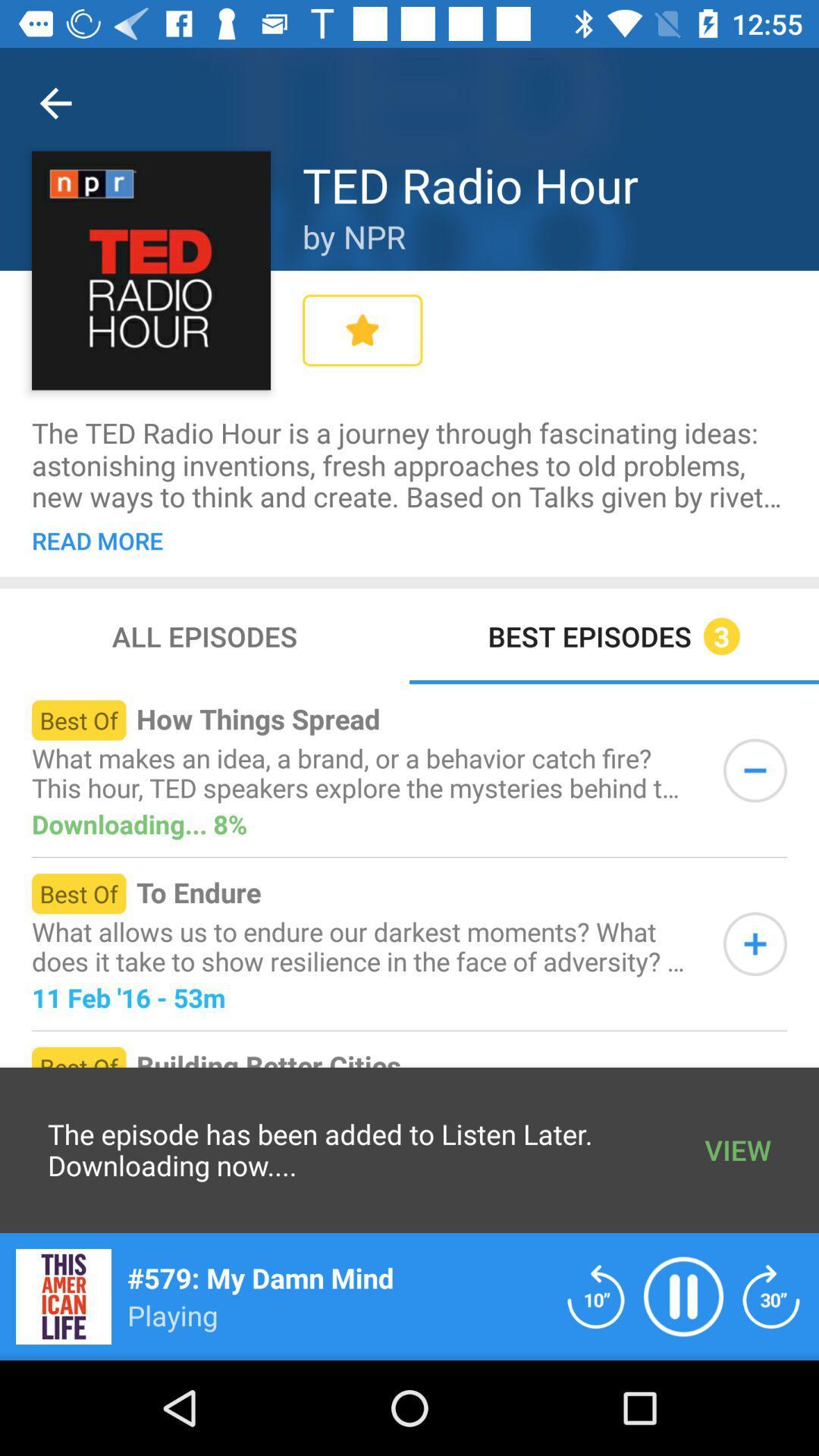 This screenshot has width=819, height=1456. I want to click on the pause icon, so click(683, 1295).